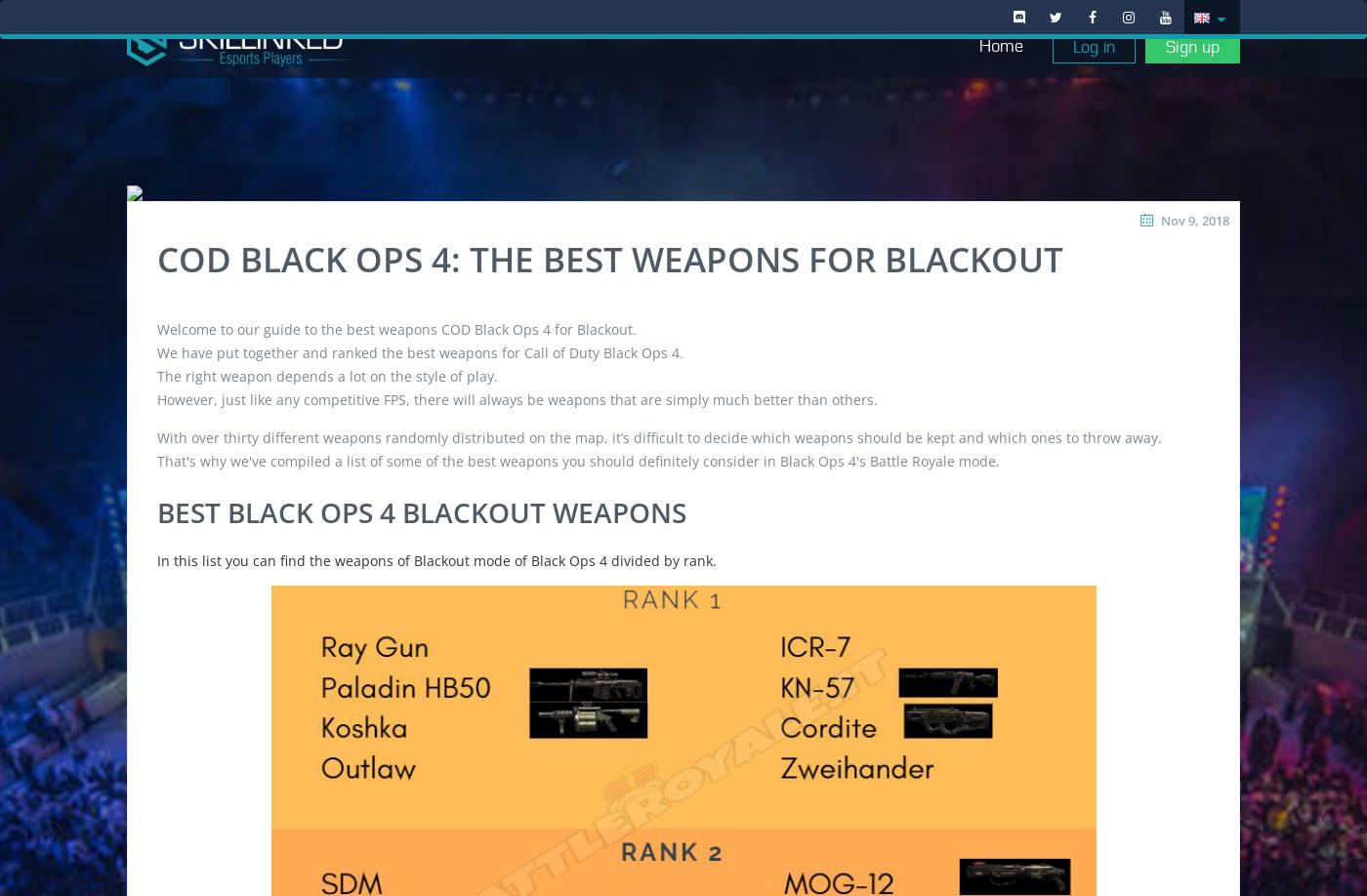 The height and width of the screenshot is (896, 1367). What do you see at coordinates (1195, 221) in the screenshot?
I see `'Nov 9, 2018'` at bounding box center [1195, 221].